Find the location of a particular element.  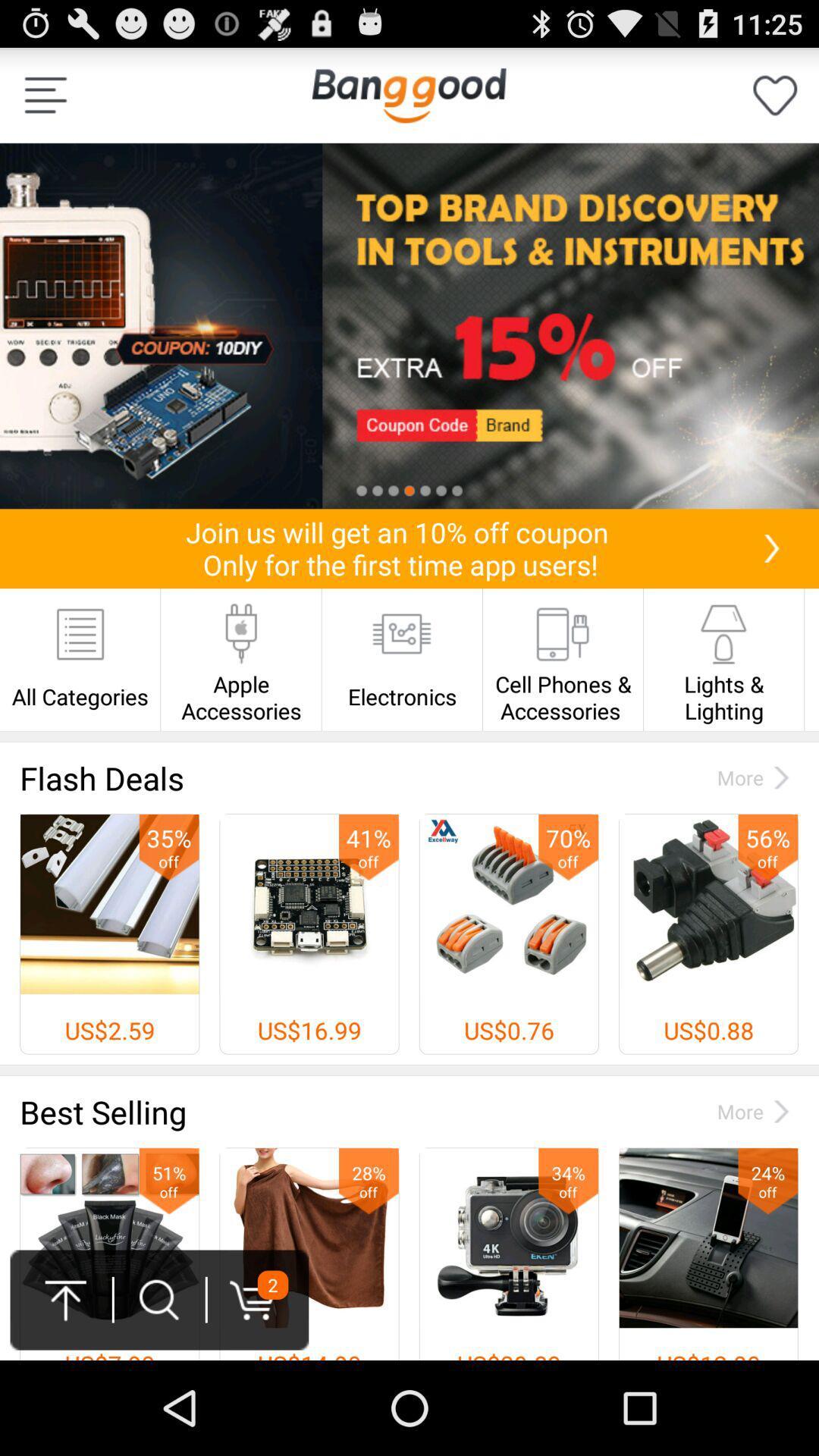

the upward arrow at the bottom left of the page is located at coordinates (65, 1299).